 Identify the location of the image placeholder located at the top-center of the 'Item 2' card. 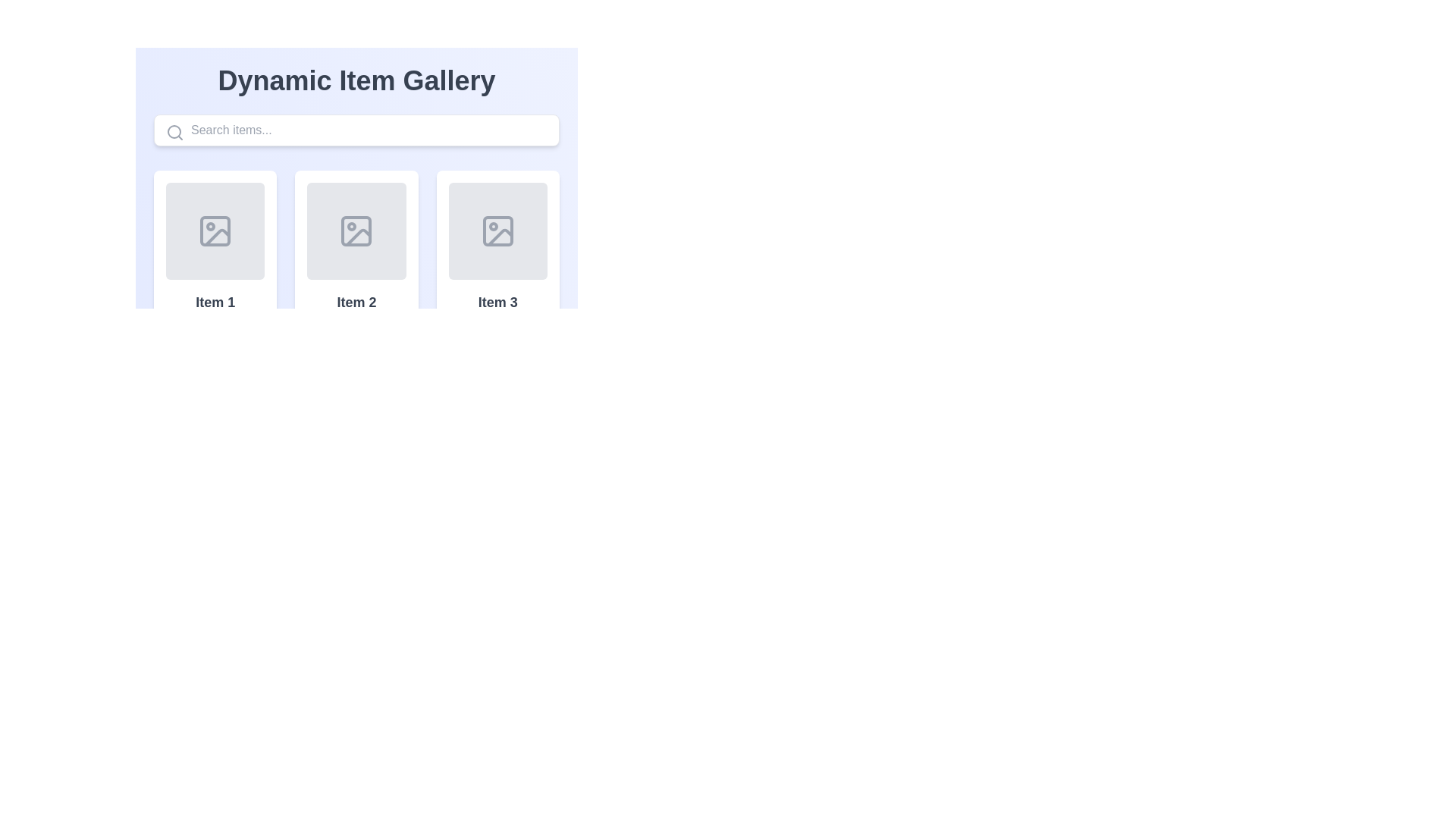
(356, 231).